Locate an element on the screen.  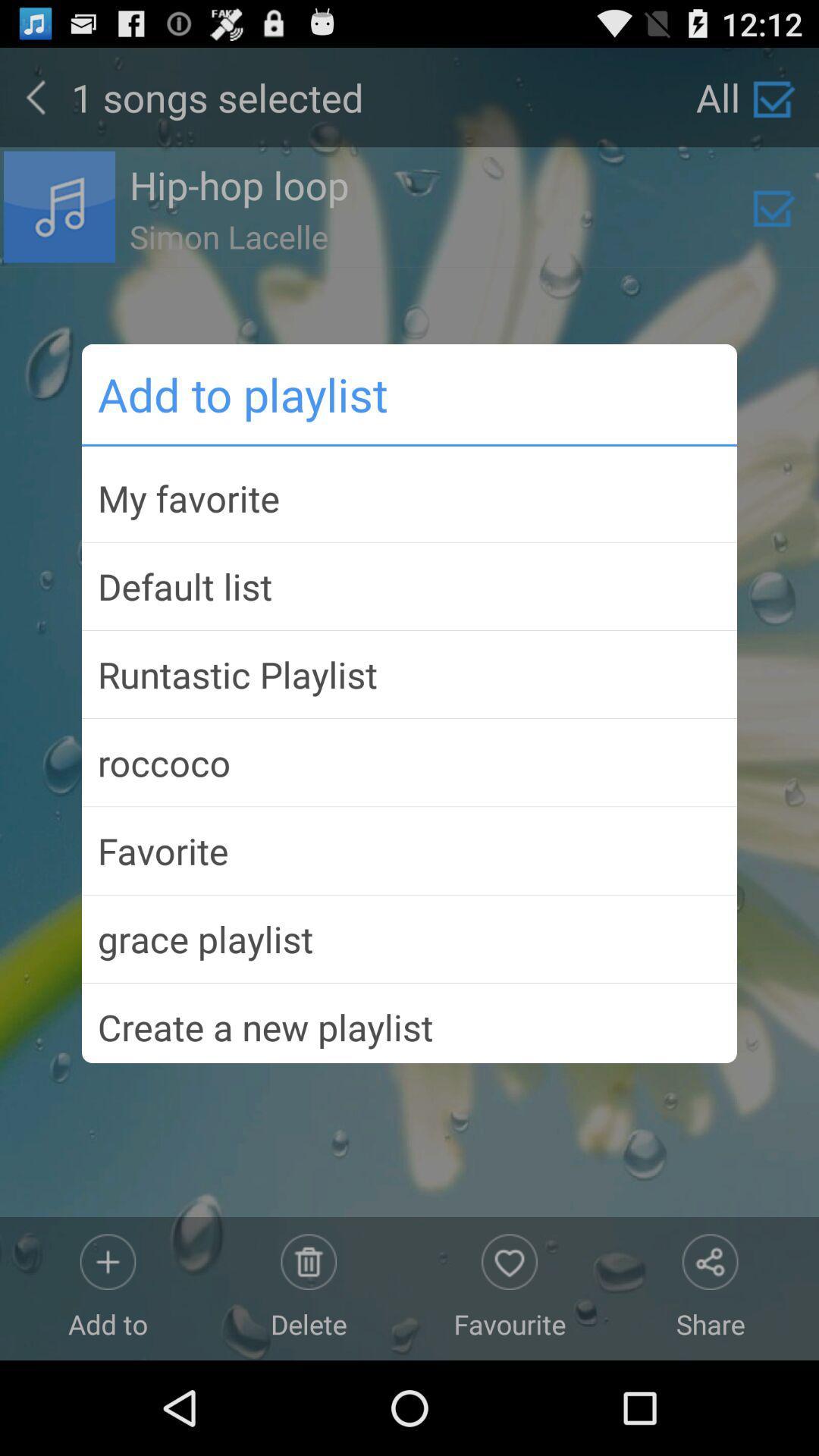
the default list icon is located at coordinates (409, 585).